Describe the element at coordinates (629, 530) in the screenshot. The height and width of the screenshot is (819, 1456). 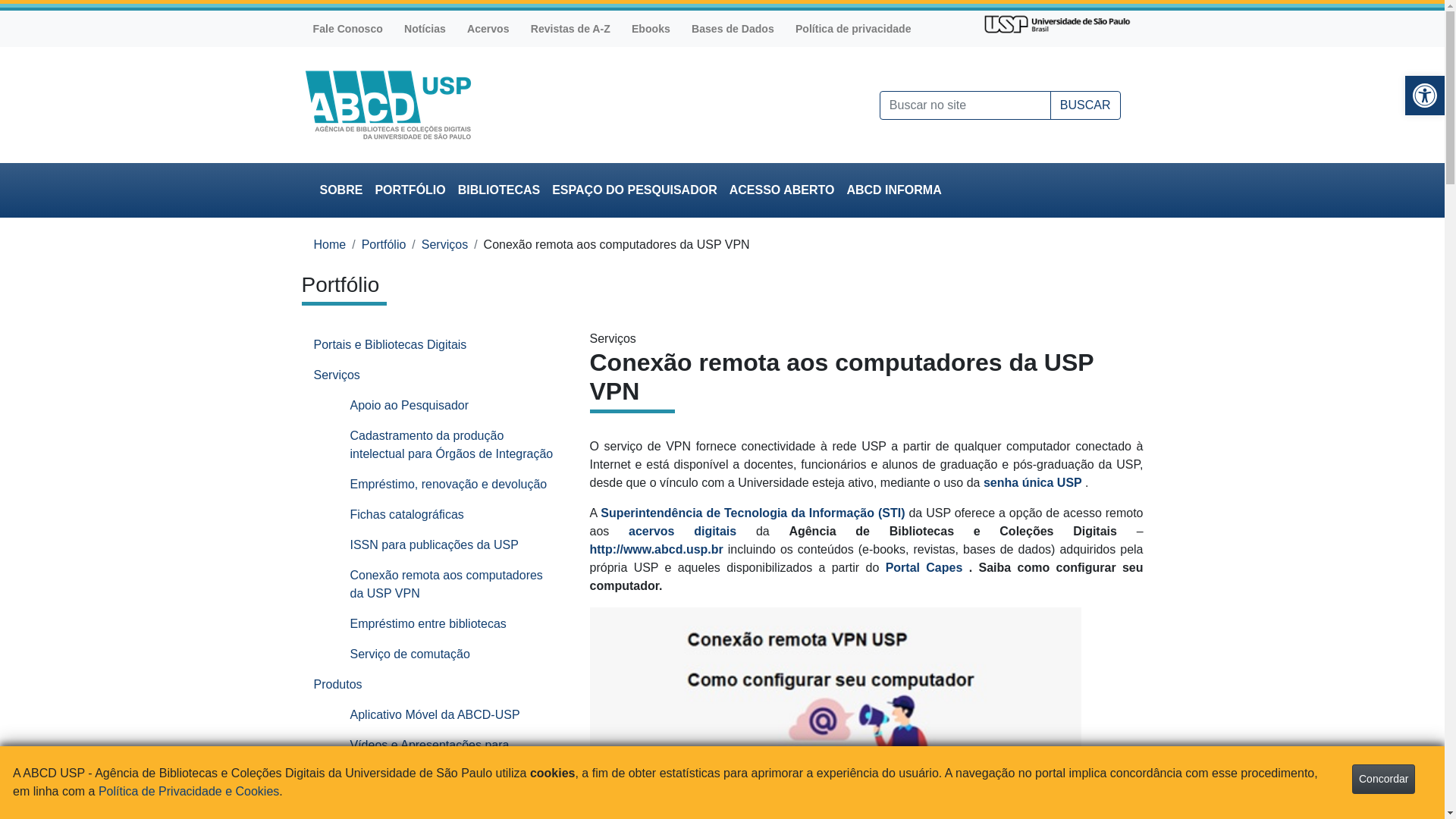
I see `'acervos digitais'` at that location.